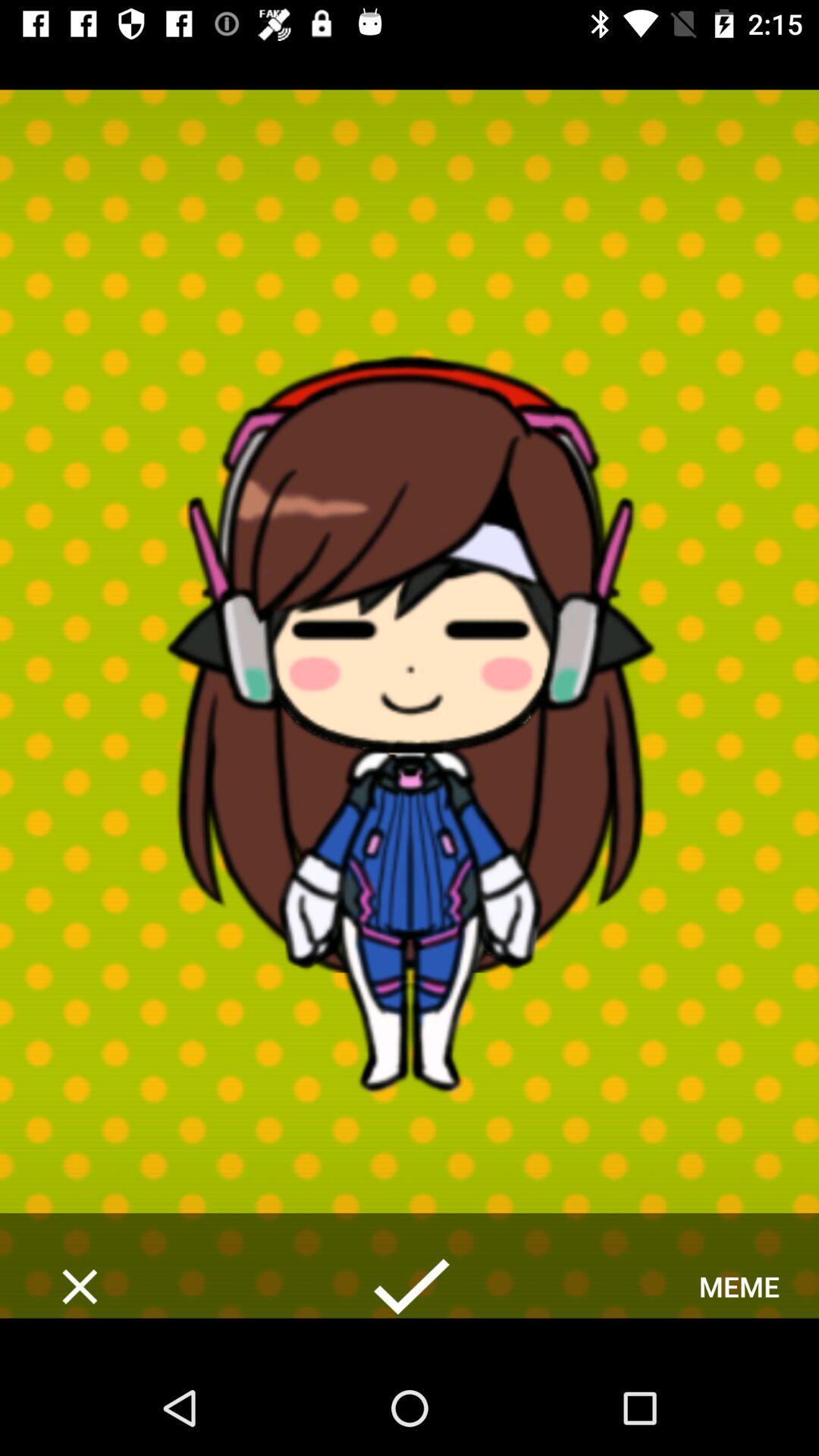 The image size is (819, 1456). What do you see at coordinates (409, 1285) in the screenshot?
I see `the check icon` at bounding box center [409, 1285].